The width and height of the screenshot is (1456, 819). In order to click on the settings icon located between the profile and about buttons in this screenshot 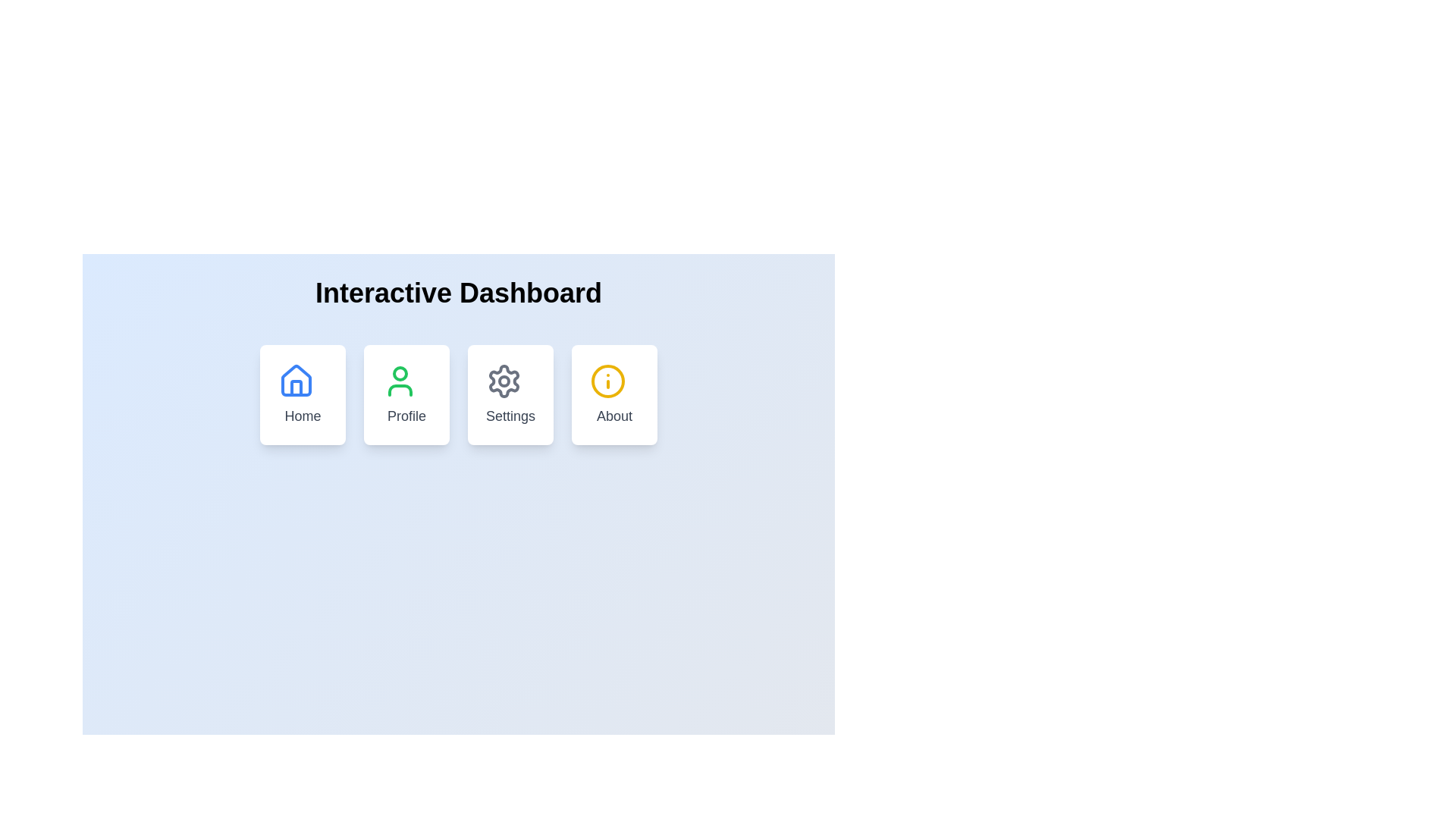, I will do `click(504, 380)`.